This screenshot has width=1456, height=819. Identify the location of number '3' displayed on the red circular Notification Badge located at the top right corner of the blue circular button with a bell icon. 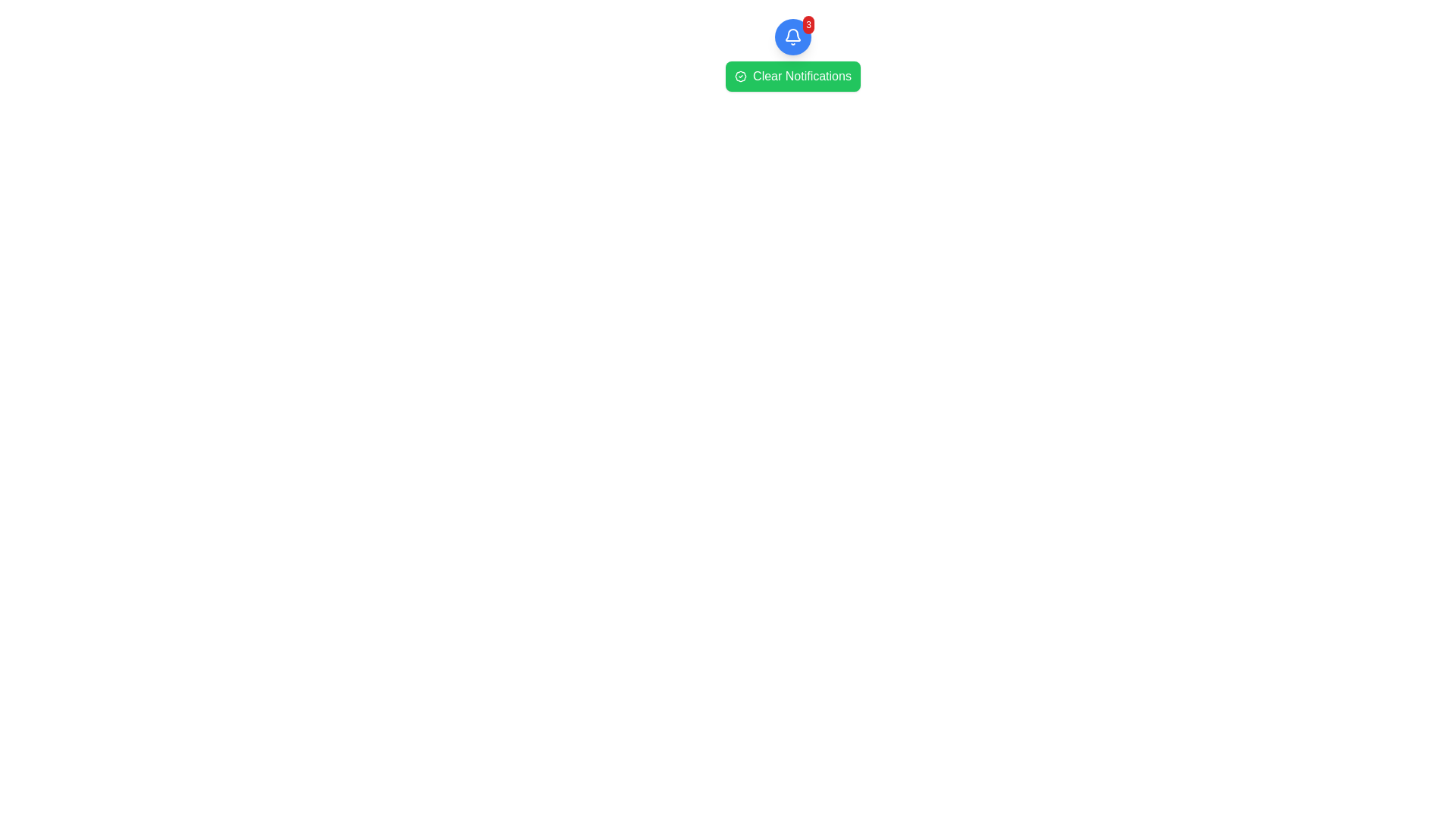
(808, 25).